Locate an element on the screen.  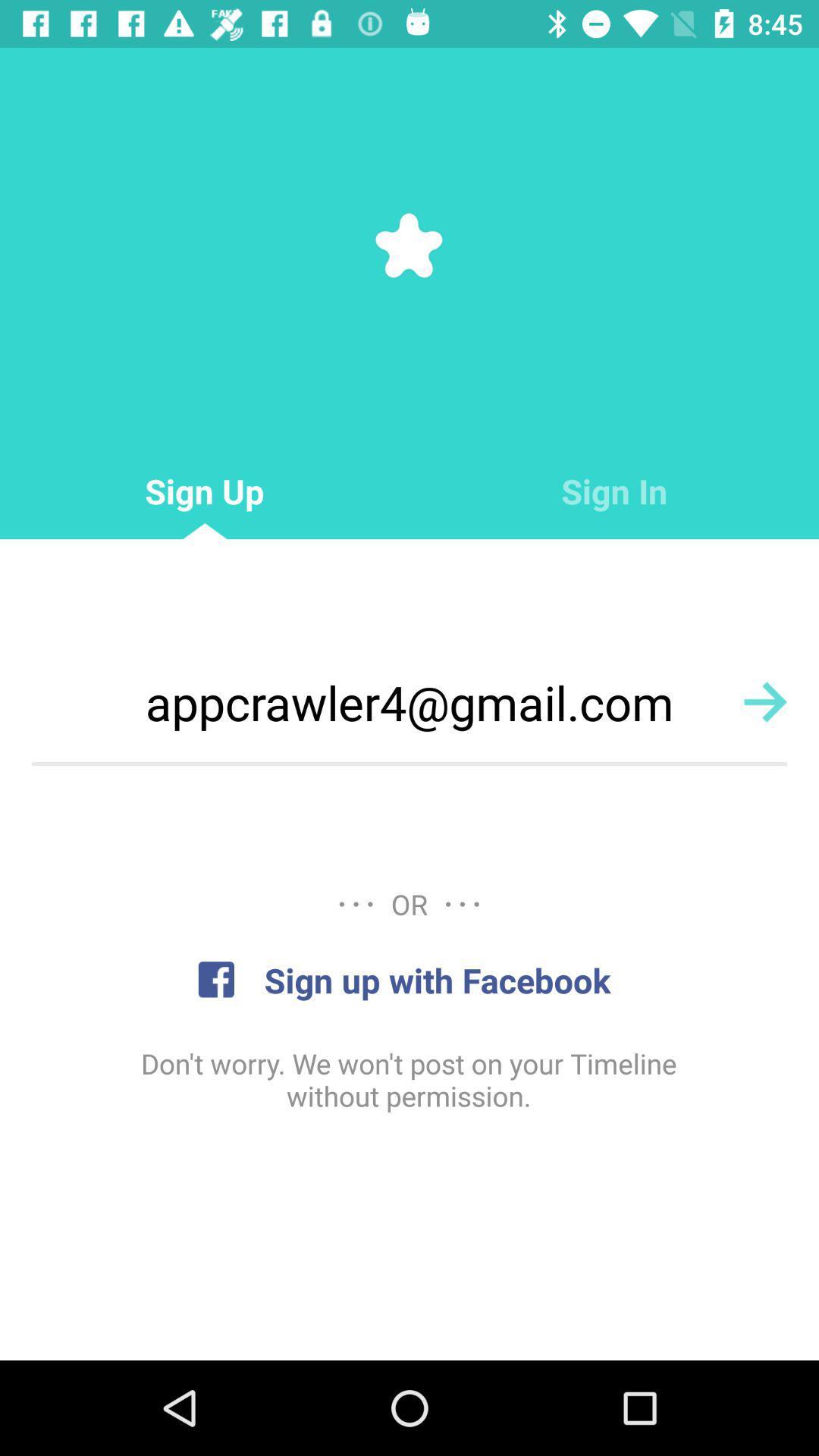
the sign in item is located at coordinates (614, 491).